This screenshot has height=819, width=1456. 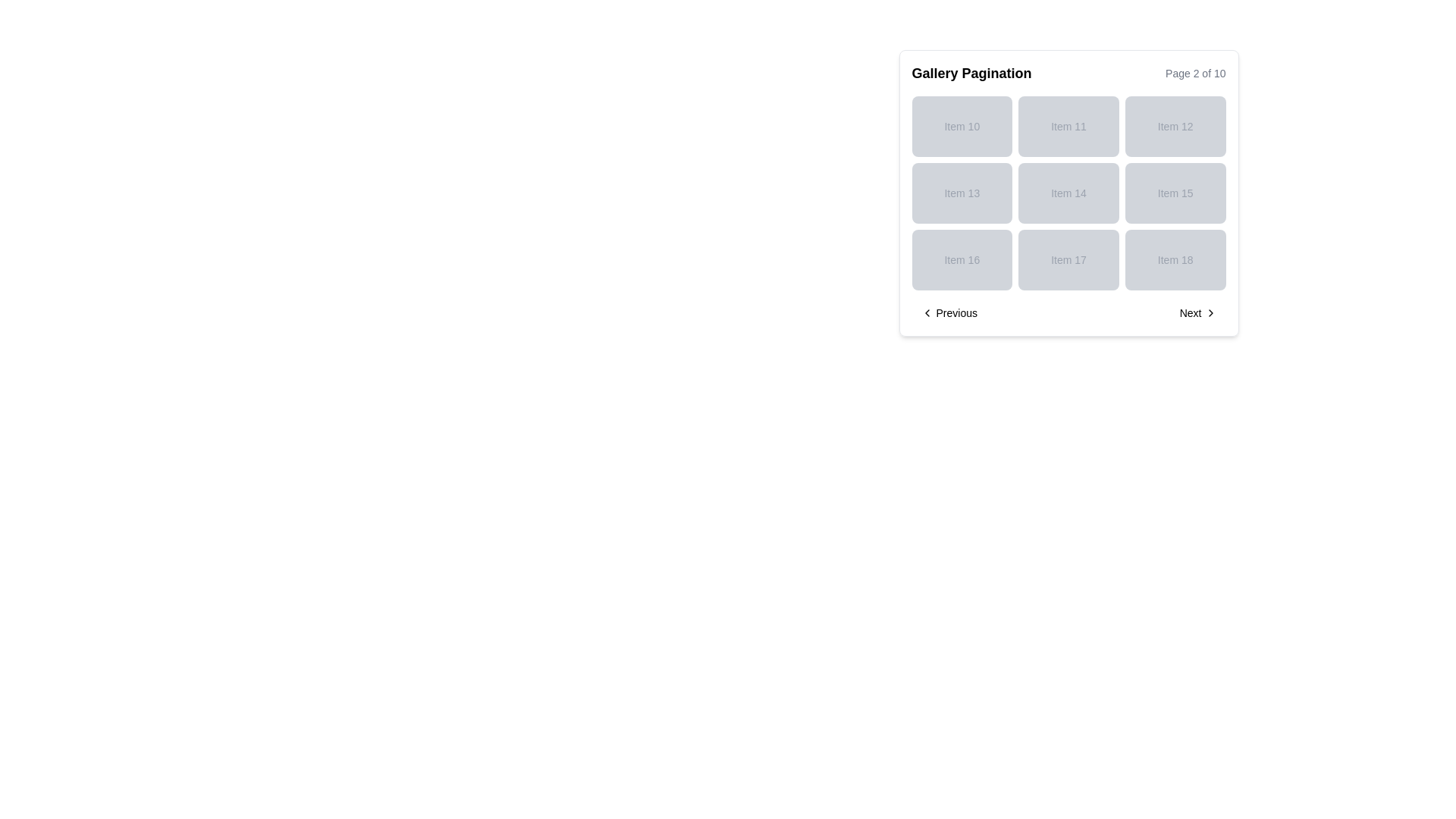 I want to click on the Chevron icon that indicates the directionality of the 'Previous' button in the pagination controls, so click(x=926, y=312).